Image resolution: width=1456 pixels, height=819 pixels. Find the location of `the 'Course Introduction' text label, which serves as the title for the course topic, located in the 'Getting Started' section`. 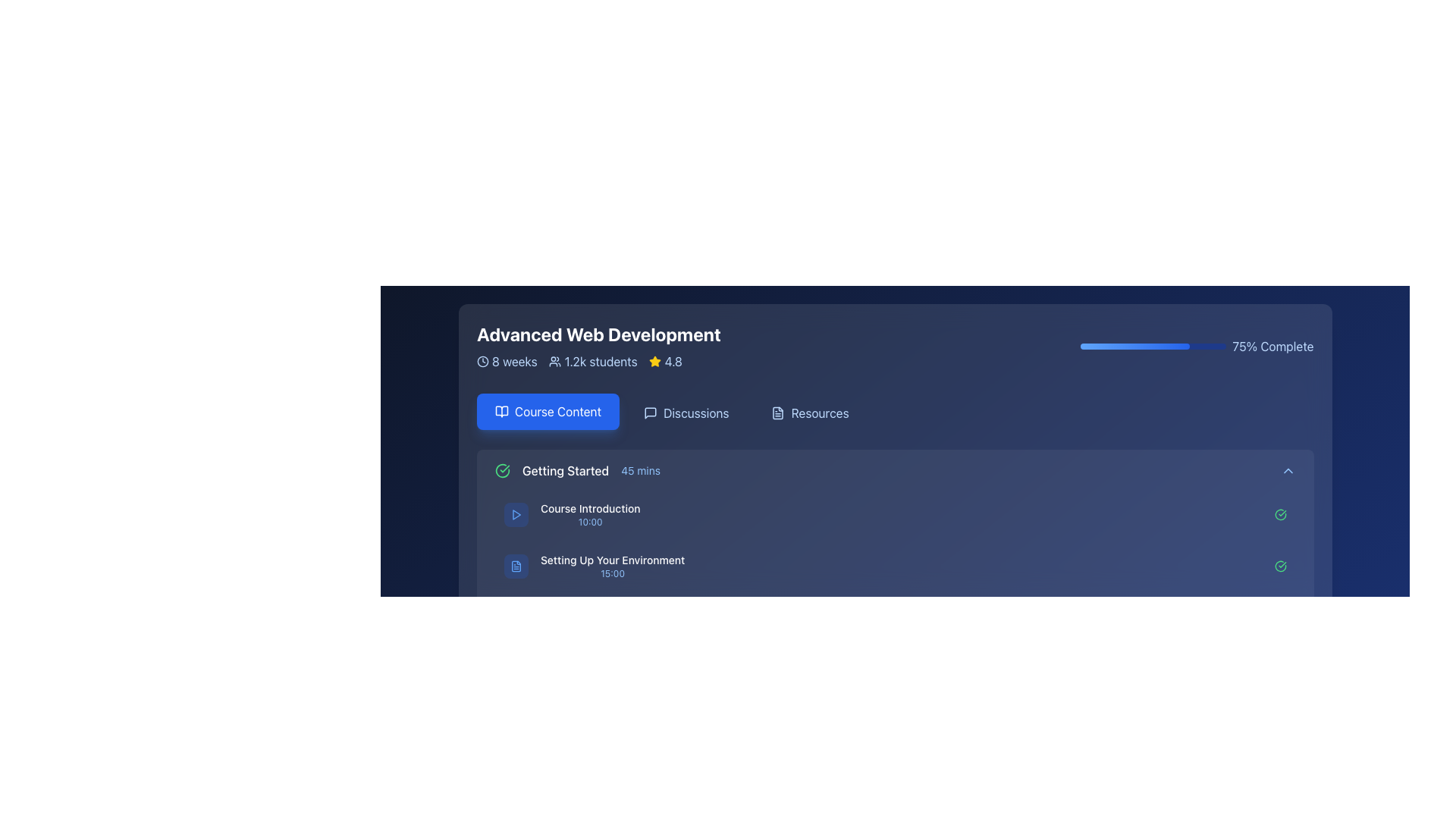

the 'Course Introduction' text label, which serves as the title for the course topic, located in the 'Getting Started' section is located at coordinates (589, 509).